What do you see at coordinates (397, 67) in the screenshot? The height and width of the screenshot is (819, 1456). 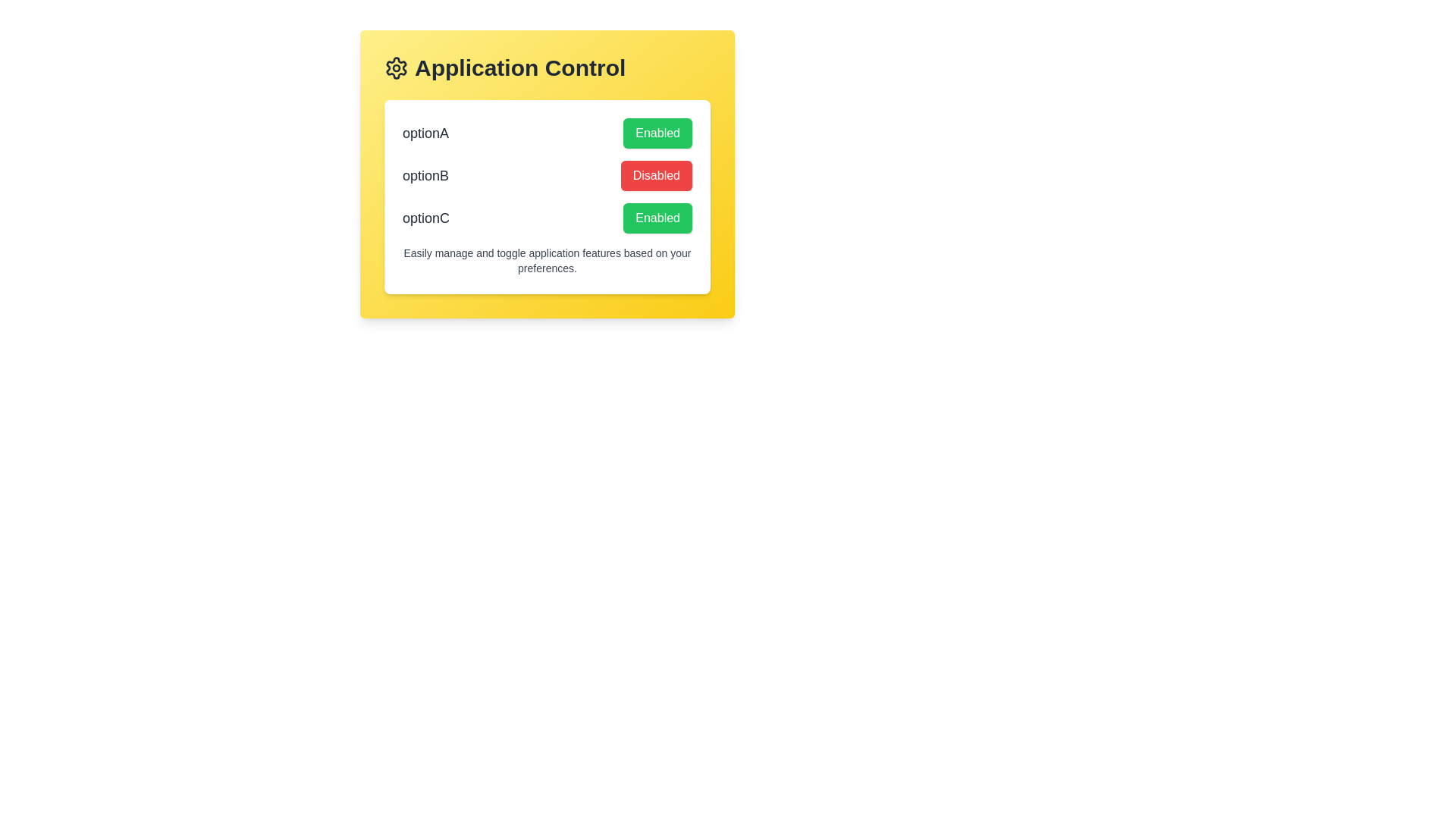 I see `the settings icon located at the far left of the 'Application Control' header` at bounding box center [397, 67].